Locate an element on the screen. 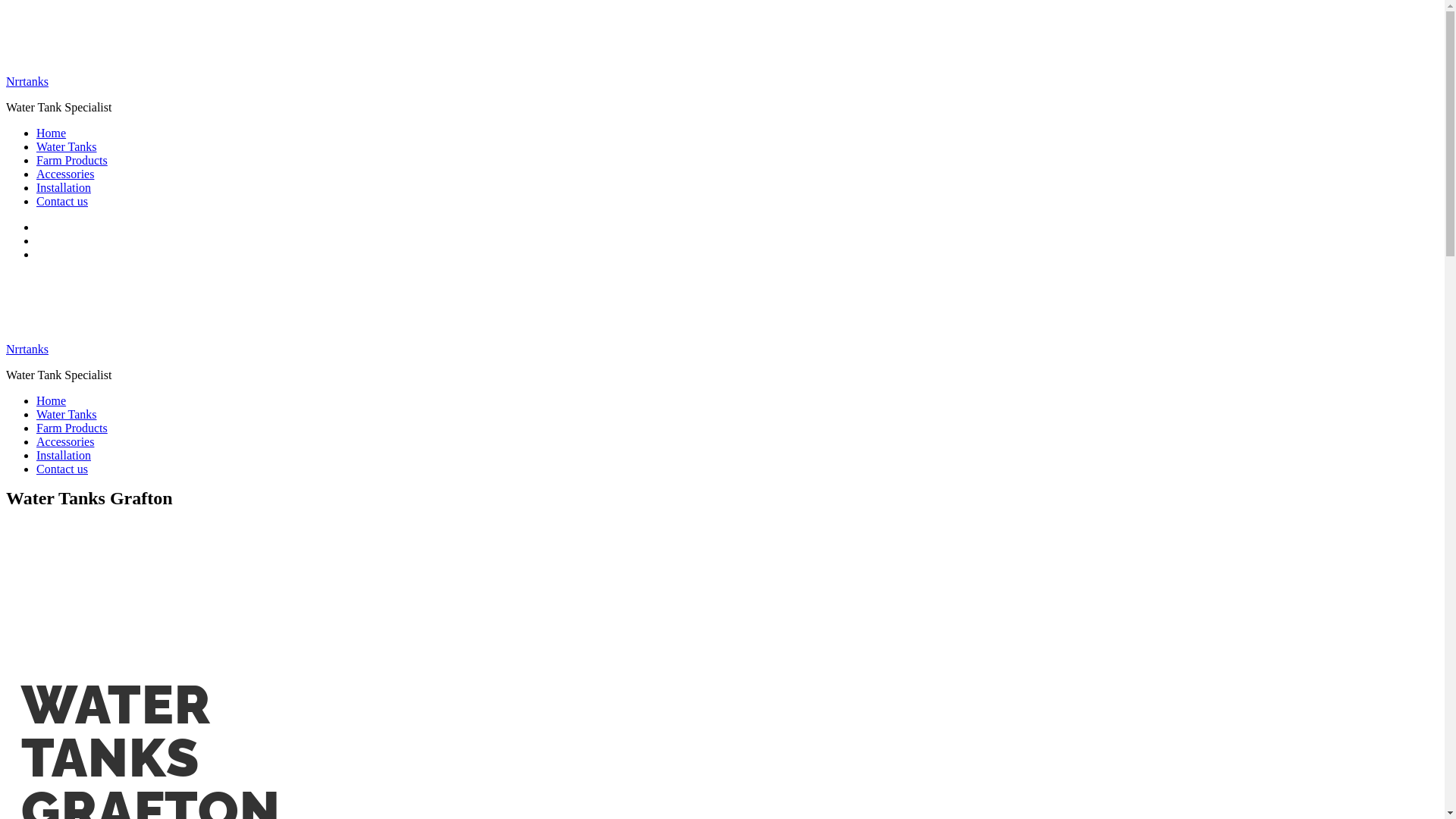 The image size is (1456, 819). 'Farm Products' is located at coordinates (71, 428).